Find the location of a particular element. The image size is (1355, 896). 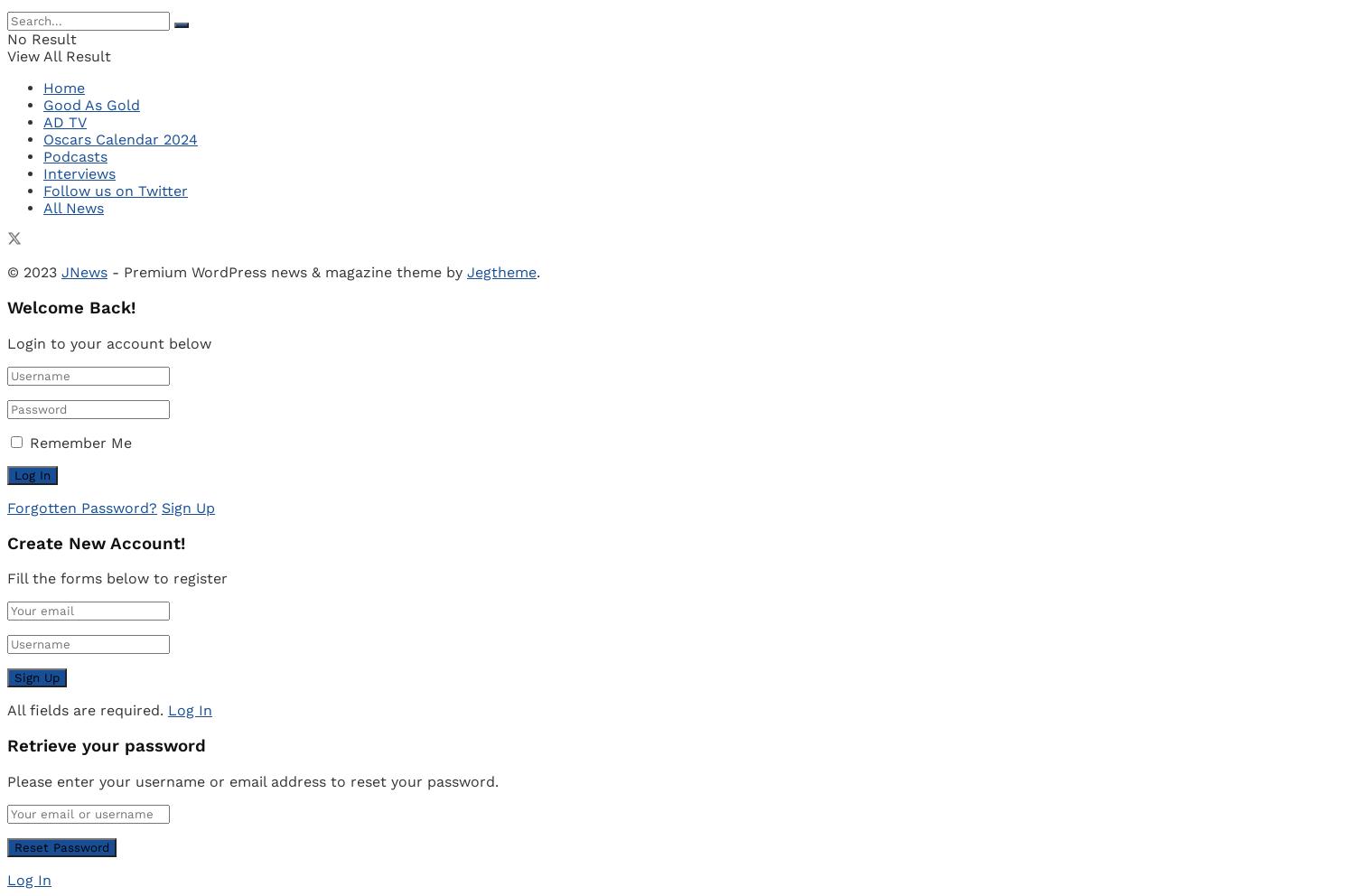

'Jegtheme' is located at coordinates (501, 272).